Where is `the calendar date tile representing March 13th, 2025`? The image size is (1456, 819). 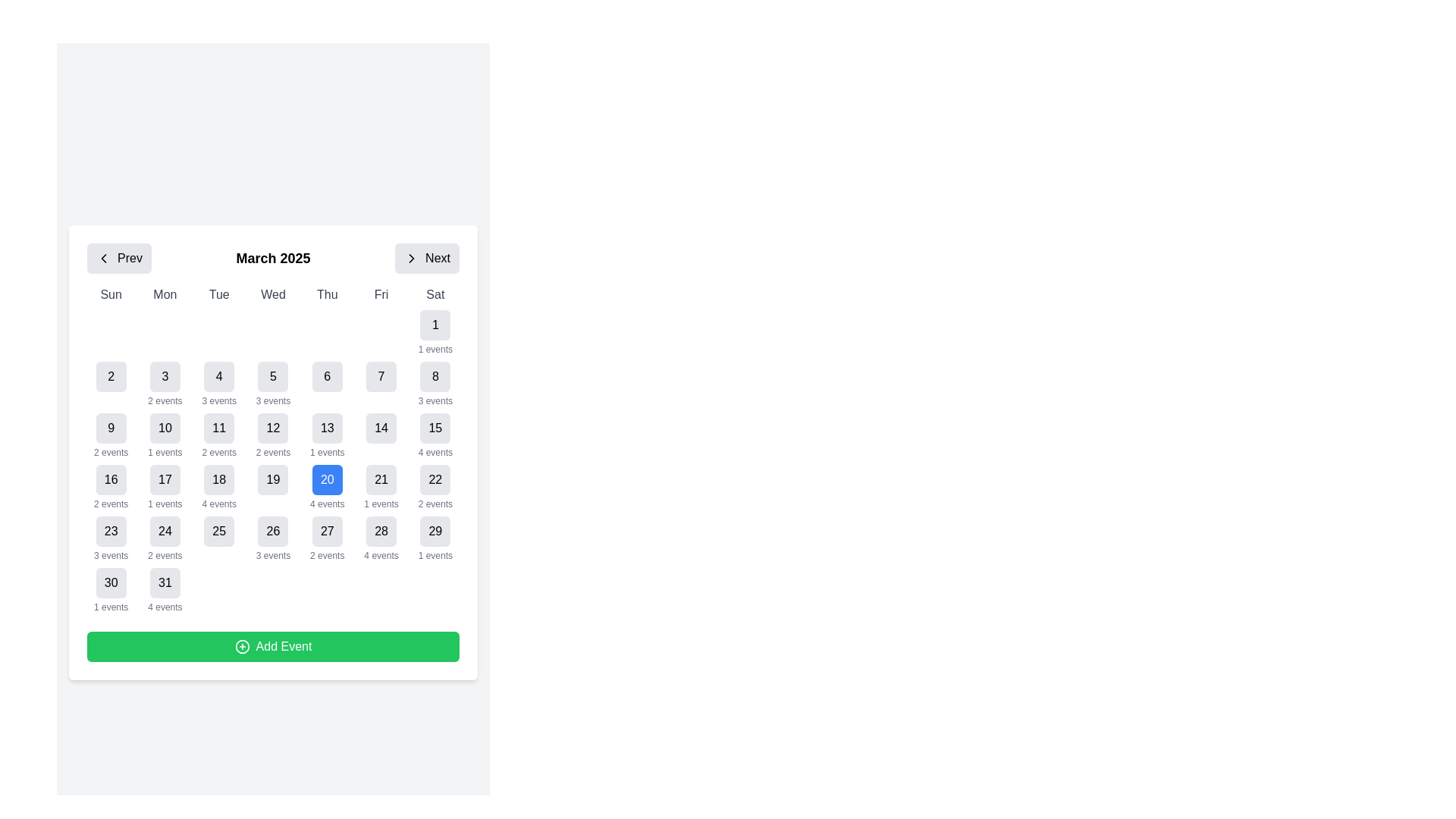
the calendar date tile representing March 13th, 2025 is located at coordinates (326, 435).